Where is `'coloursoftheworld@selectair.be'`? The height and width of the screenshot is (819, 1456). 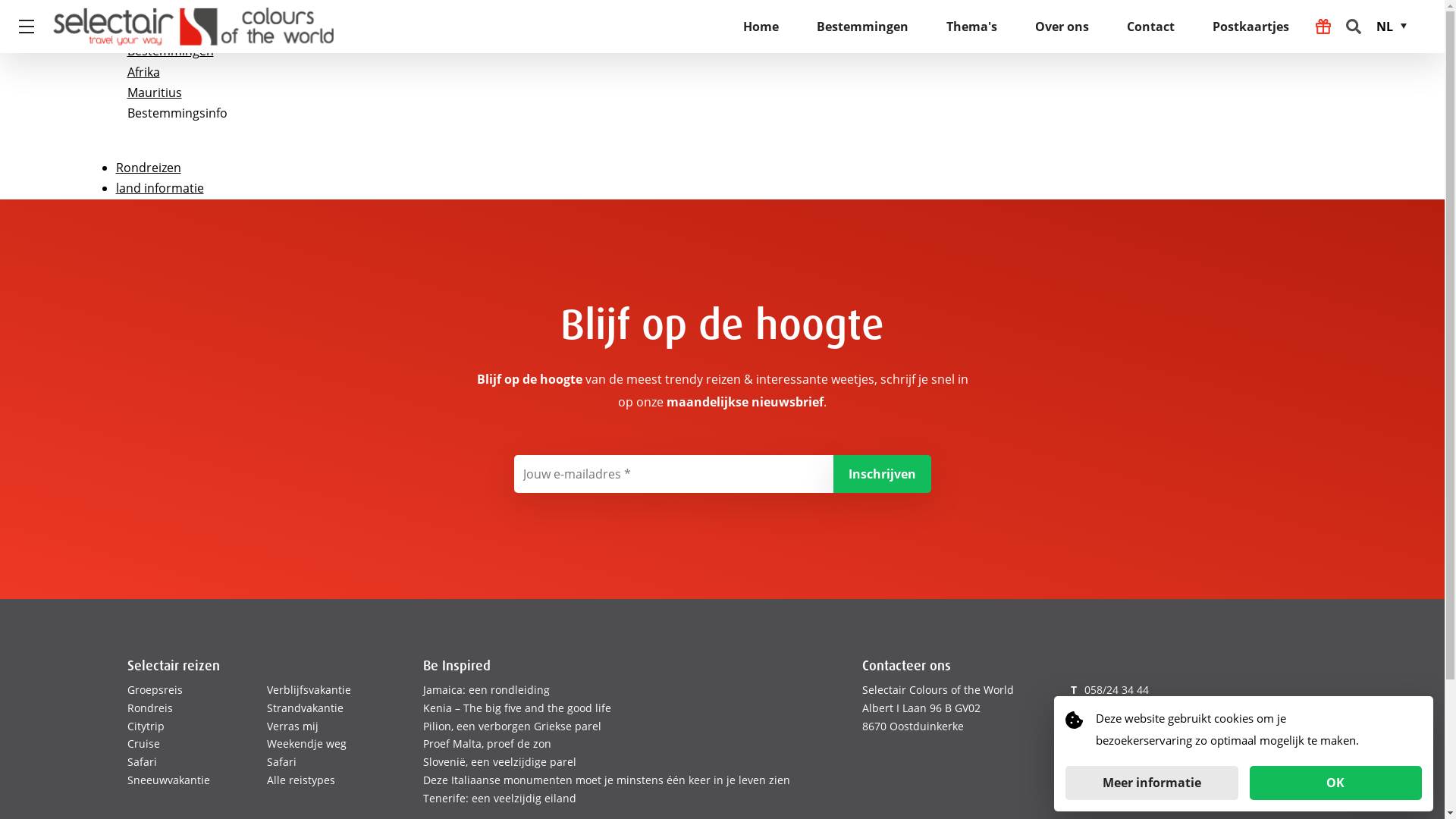 'coloursoftheworld@selectair.be' is located at coordinates (1164, 708).